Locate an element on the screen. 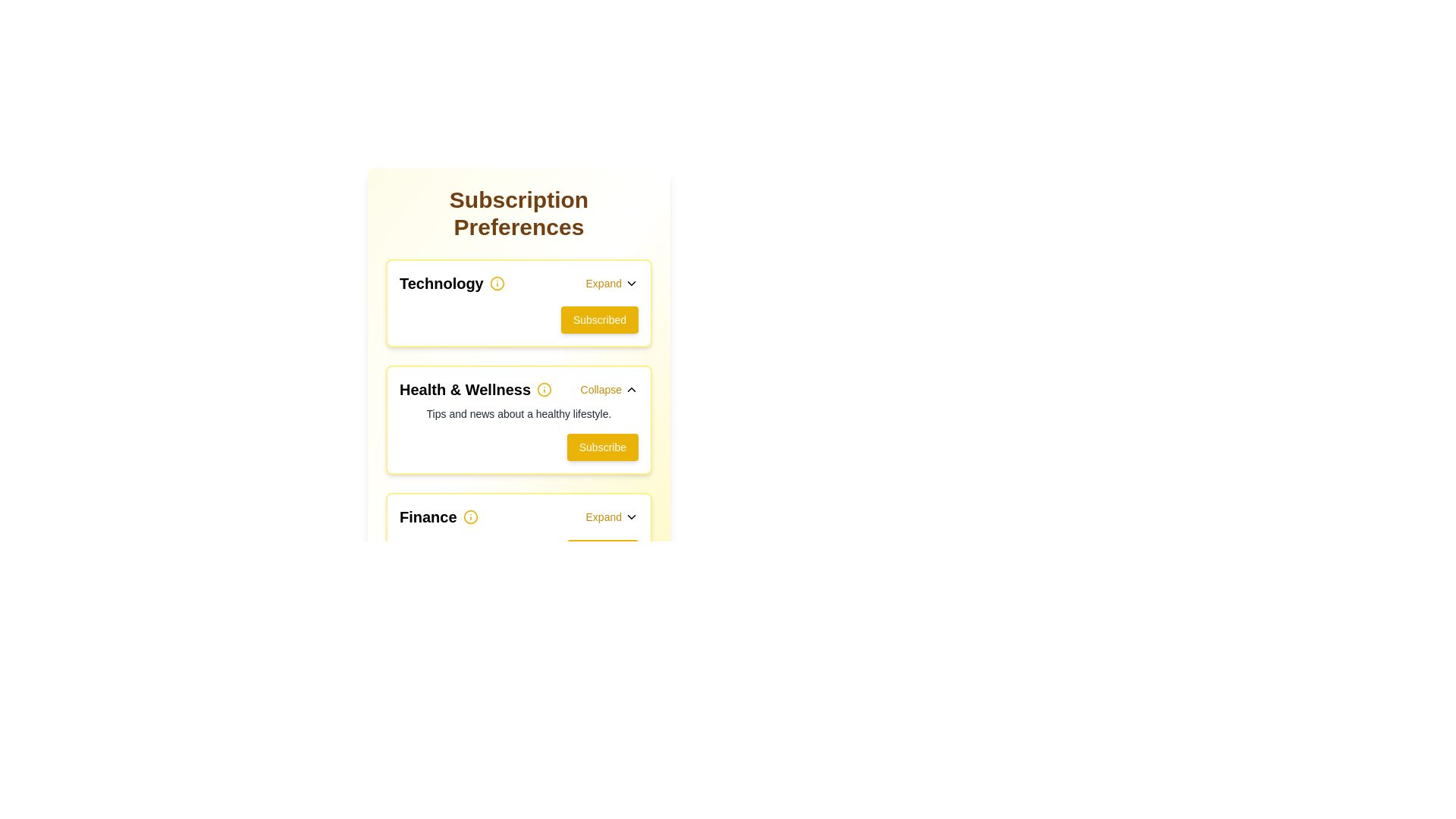 The width and height of the screenshot is (1456, 819). the subscription status toggle button located in the upper section under the 'Technology' section is located at coordinates (599, 318).